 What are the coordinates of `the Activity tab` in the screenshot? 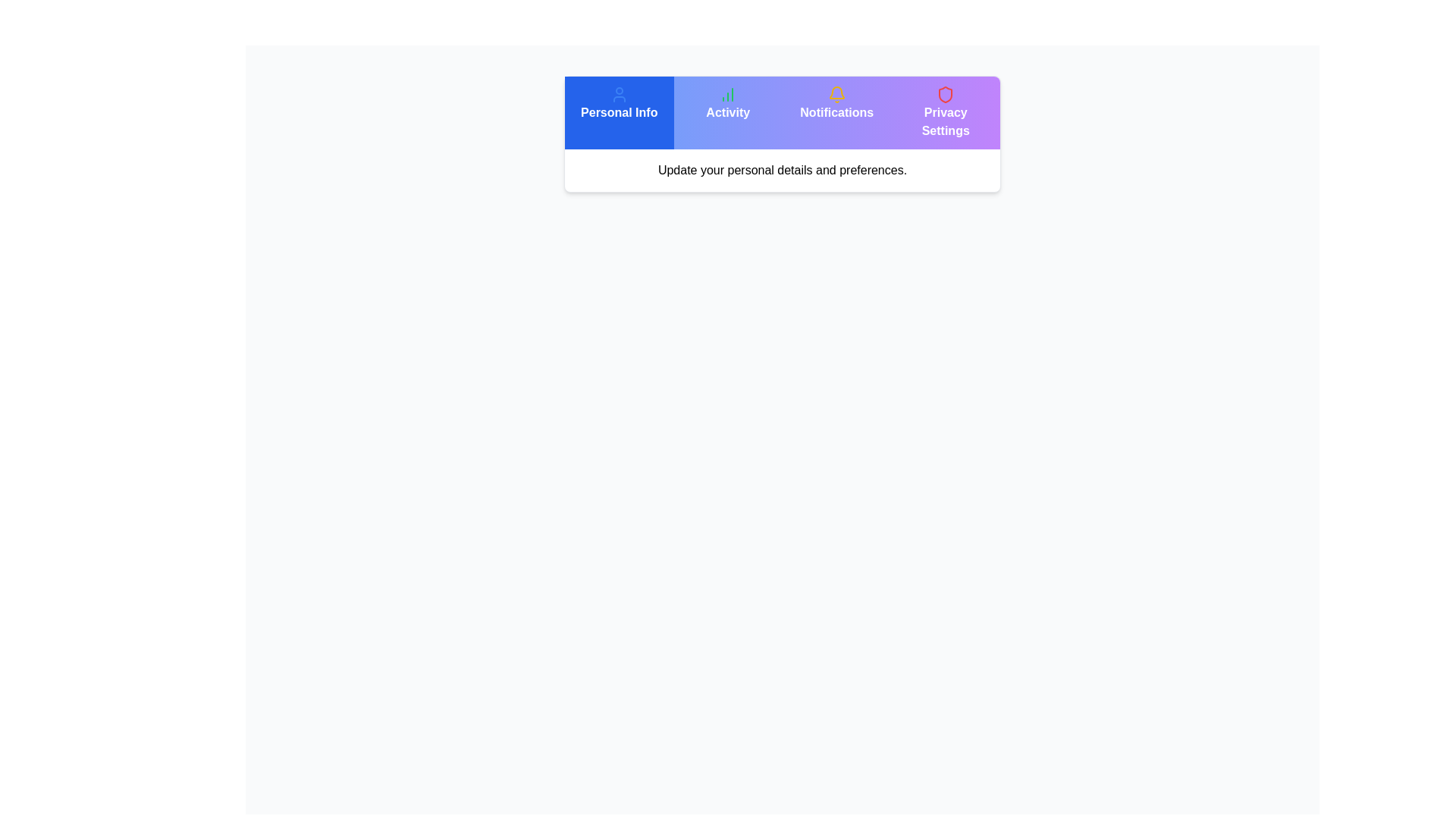 It's located at (728, 112).